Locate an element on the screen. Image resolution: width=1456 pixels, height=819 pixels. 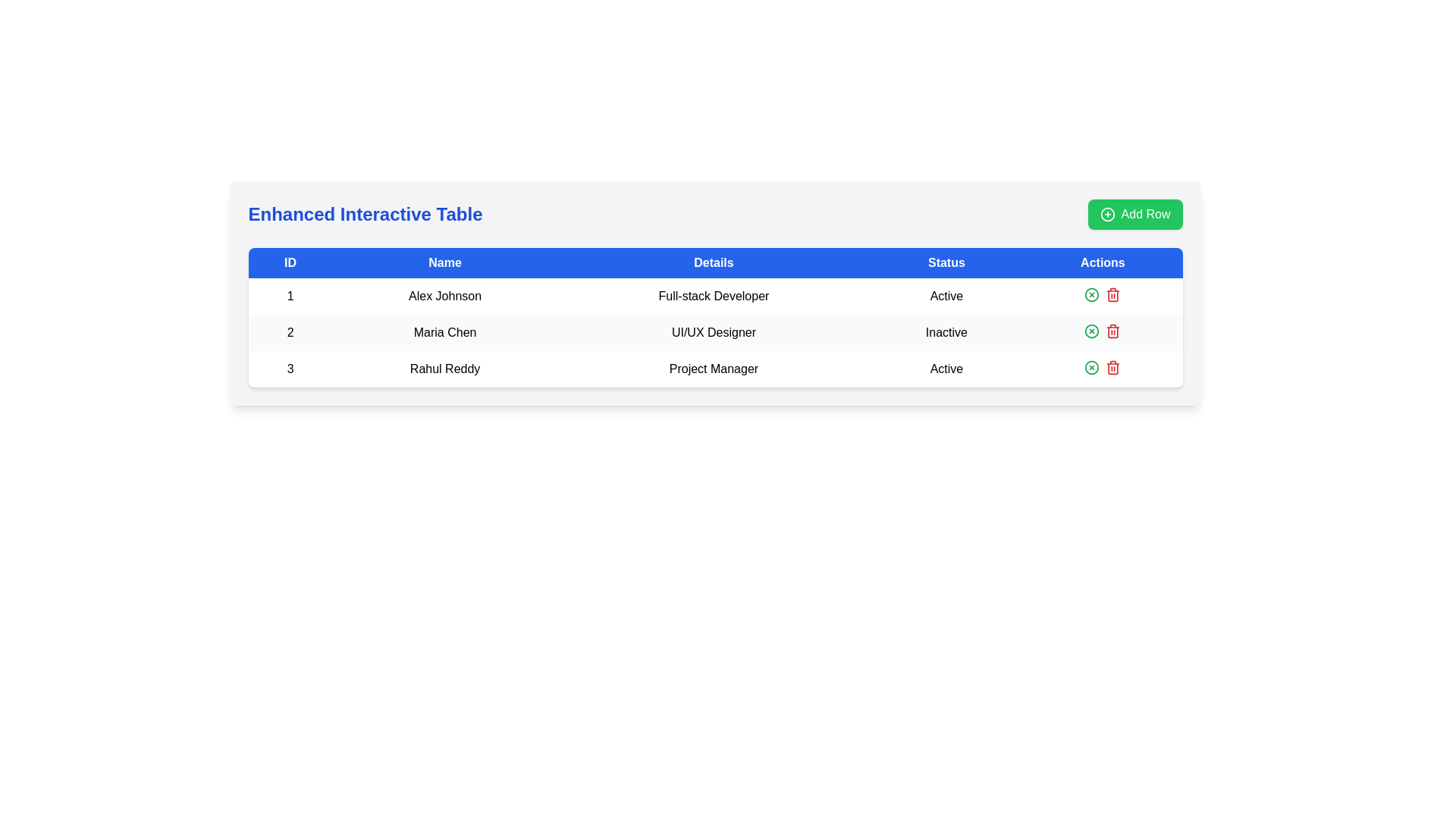
the header cell with a bold blue background and white text displaying 'Details', which is the third cell in the header row of the table is located at coordinates (713, 262).